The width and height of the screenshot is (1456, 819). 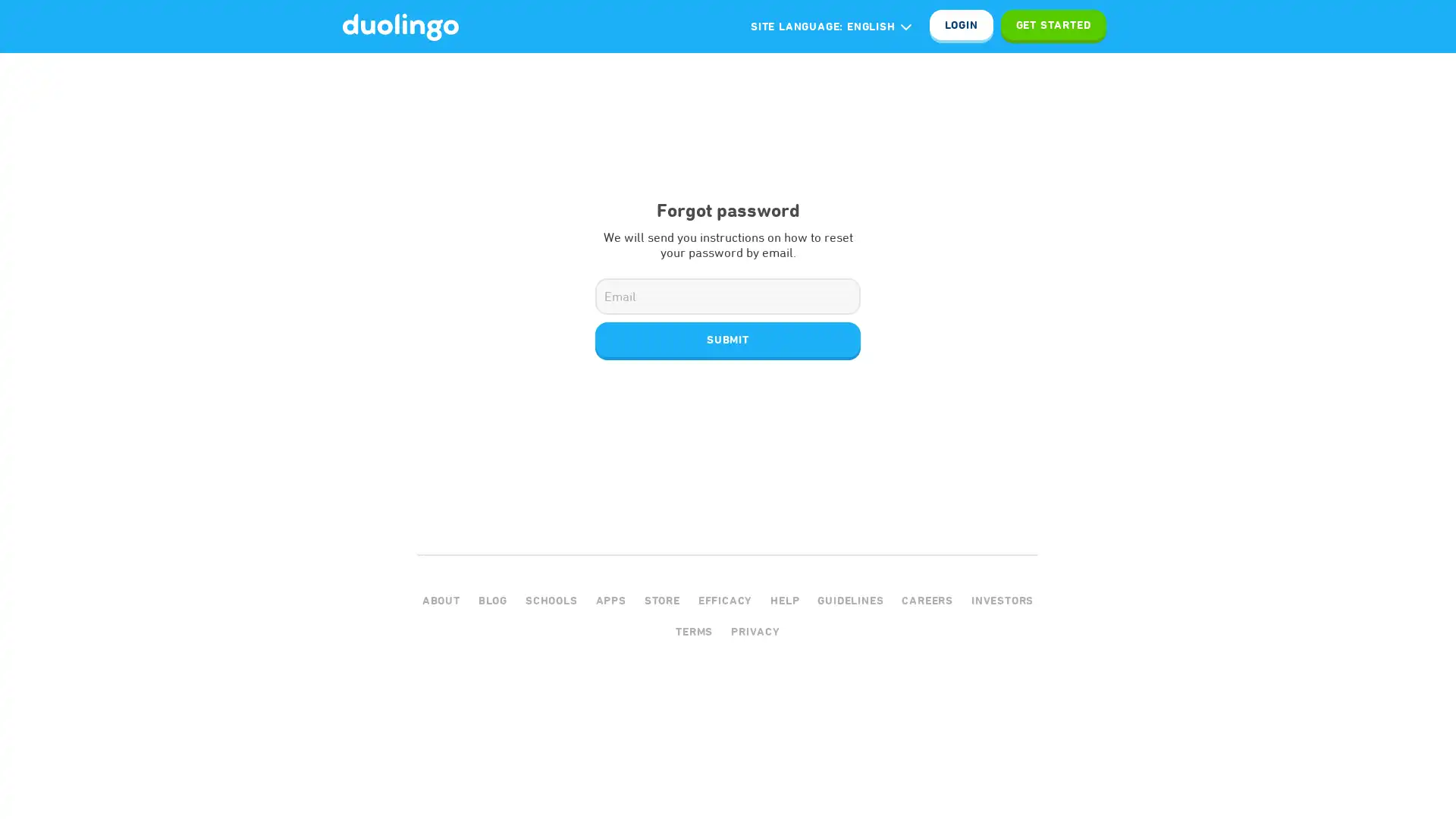 I want to click on SUBMIT, so click(x=728, y=339).